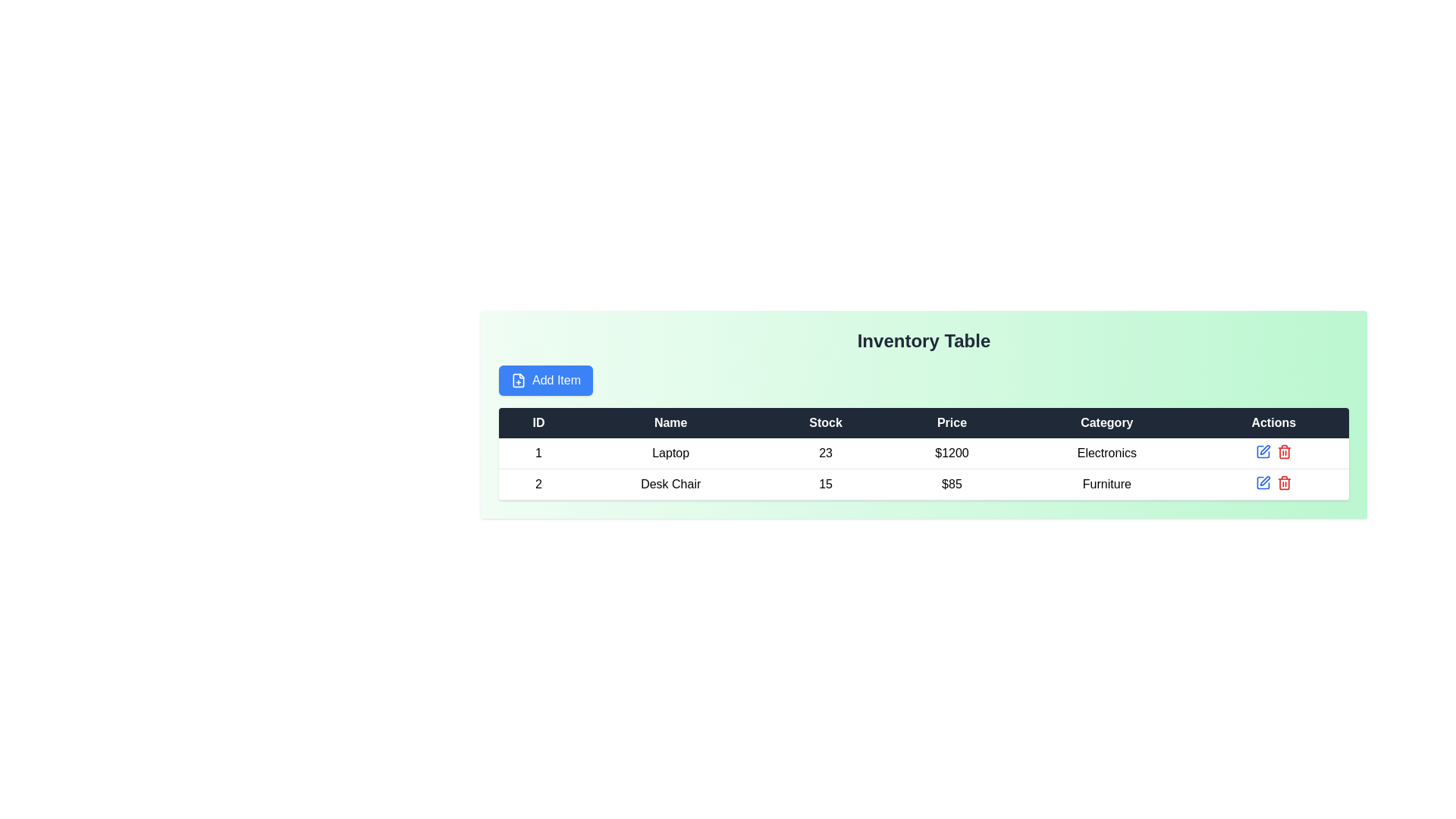 This screenshot has width=1456, height=819. Describe the element at coordinates (519, 379) in the screenshot. I see `the decorative file icon located to the left of the 'Add Item' text button in the upper section of the table component` at that location.